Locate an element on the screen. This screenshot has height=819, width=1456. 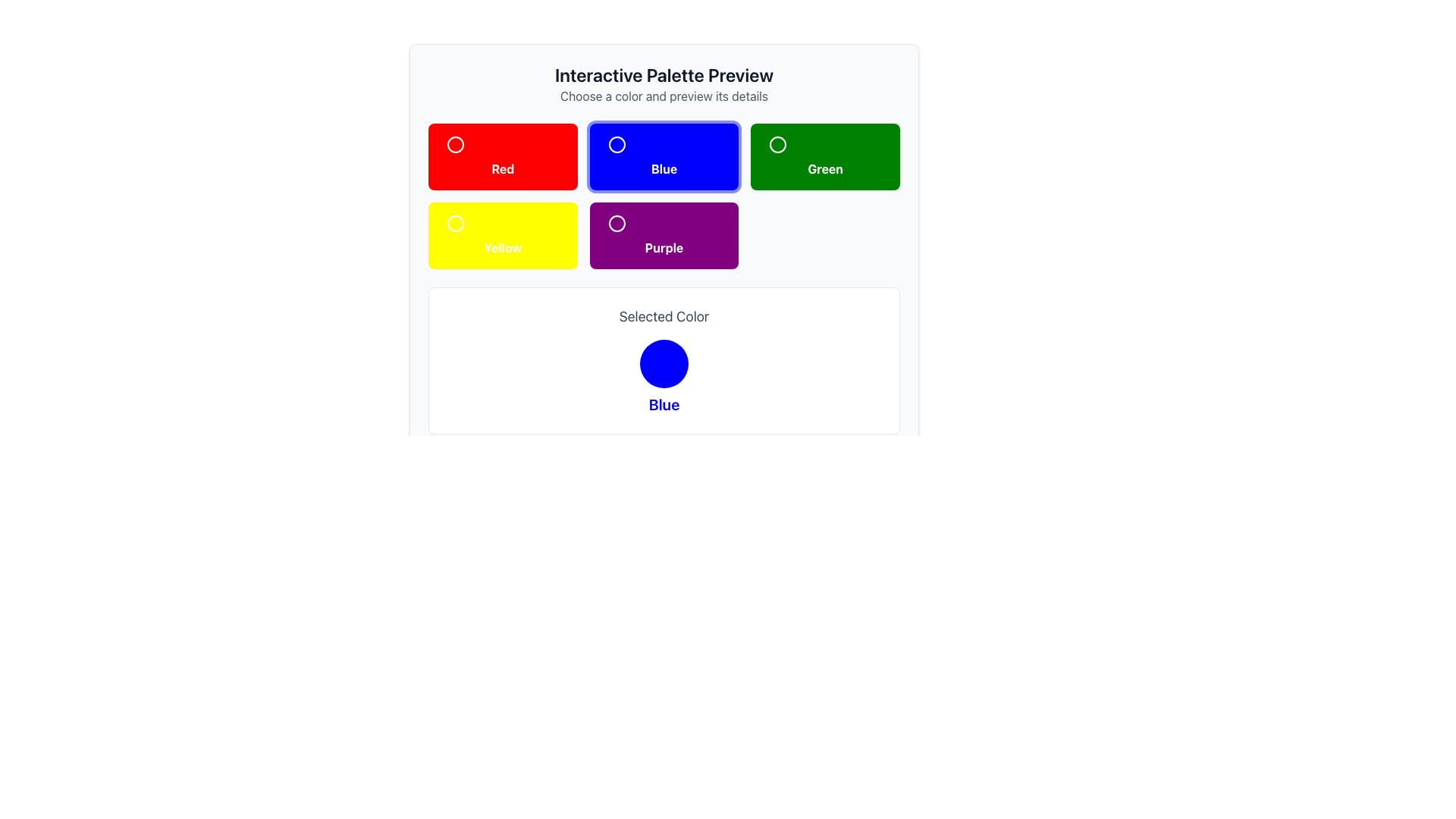
the visual state of the filled white circle located within the green rectangular button labeled 'Green' in the top right corner of the 'Interactive Palette Preview' is located at coordinates (778, 145).